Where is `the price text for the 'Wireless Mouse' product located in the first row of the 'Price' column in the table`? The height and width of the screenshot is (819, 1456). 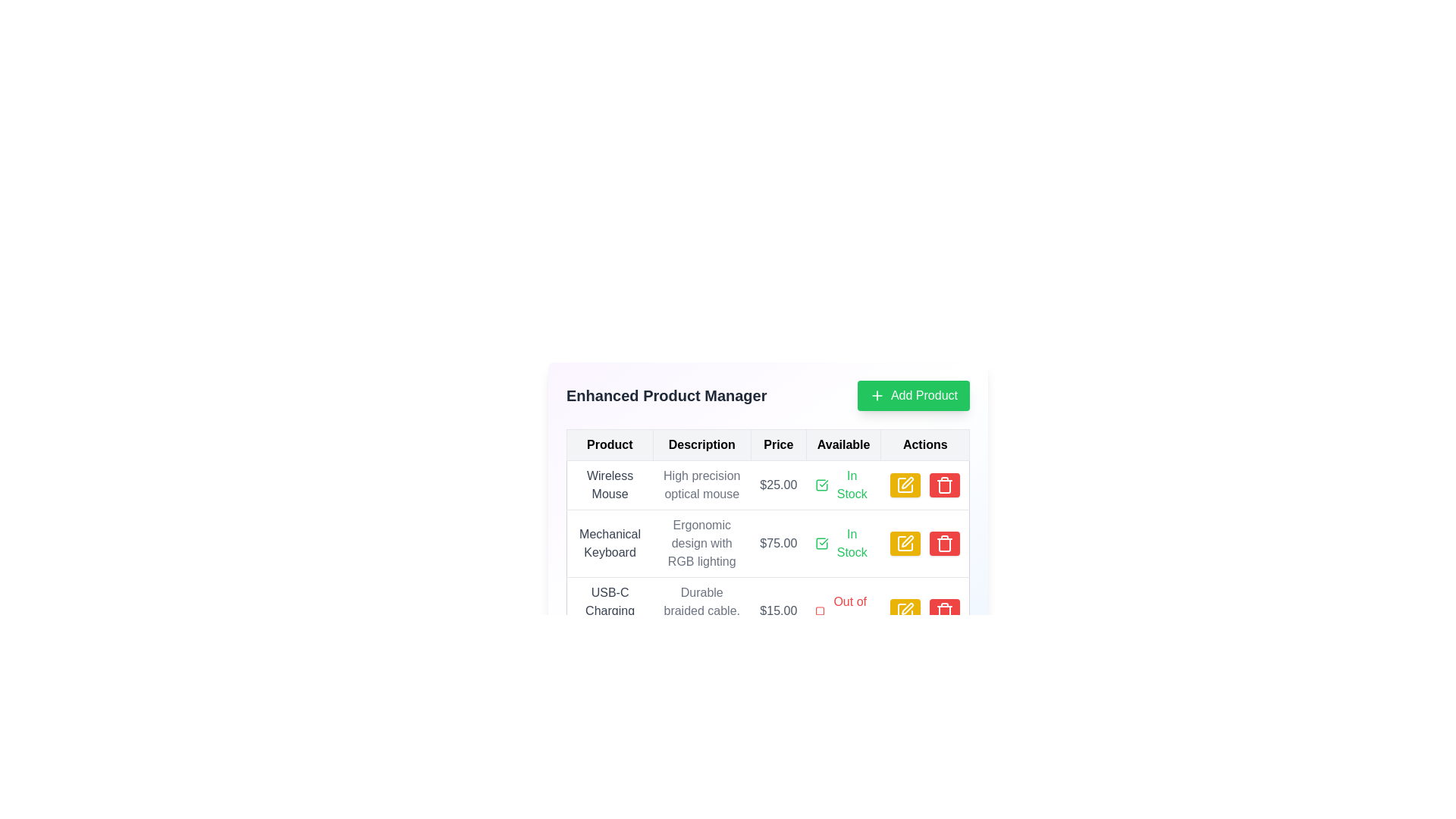
the price text for the 'Wireless Mouse' product located in the first row of the 'Price' column in the table is located at coordinates (778, 485).